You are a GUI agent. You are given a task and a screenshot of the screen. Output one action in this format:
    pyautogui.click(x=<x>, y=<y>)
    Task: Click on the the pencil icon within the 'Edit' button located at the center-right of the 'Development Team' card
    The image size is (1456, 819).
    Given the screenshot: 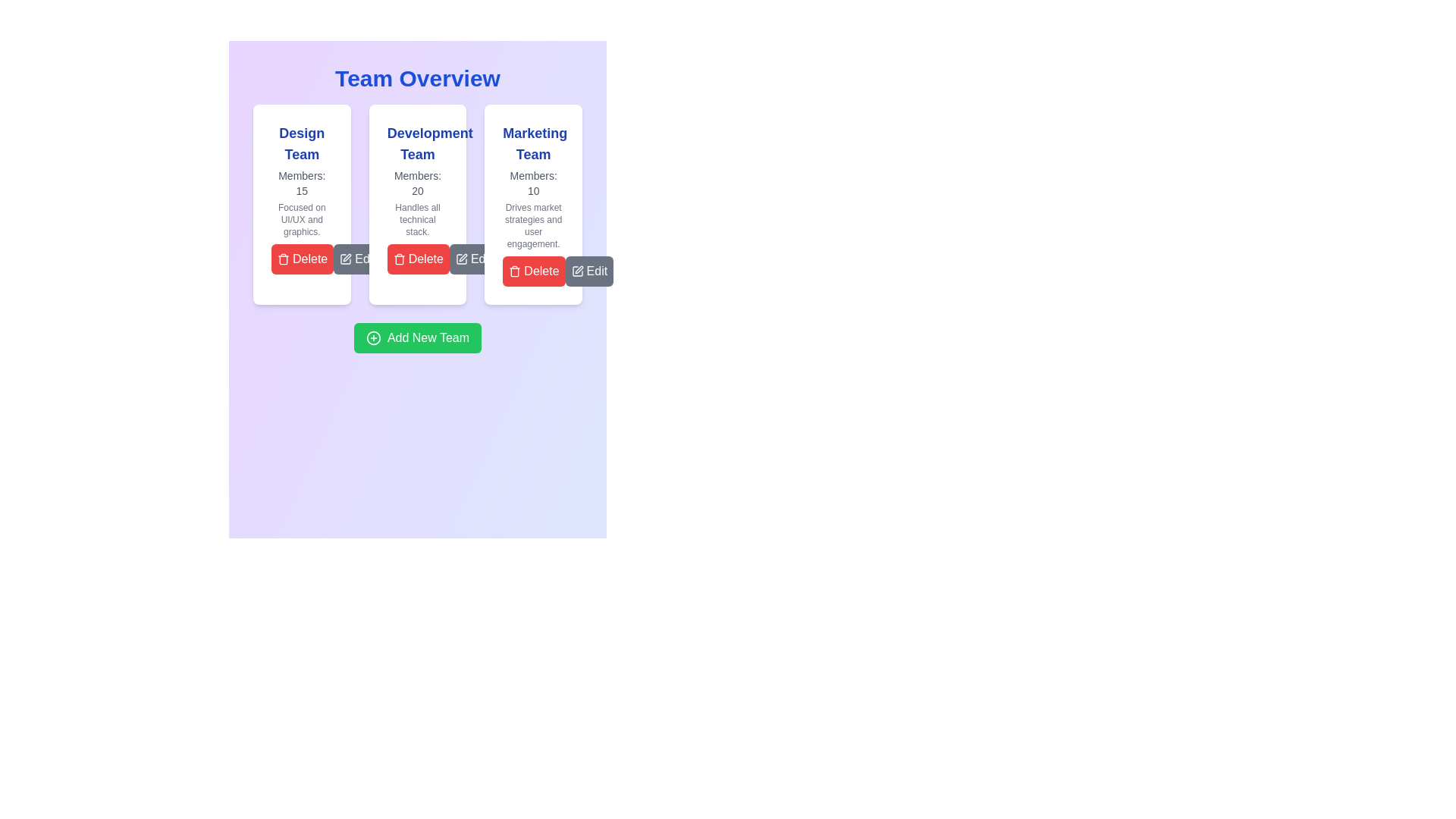 What is the action you would take?
    pyautogui.click(x=462, y=256)
    